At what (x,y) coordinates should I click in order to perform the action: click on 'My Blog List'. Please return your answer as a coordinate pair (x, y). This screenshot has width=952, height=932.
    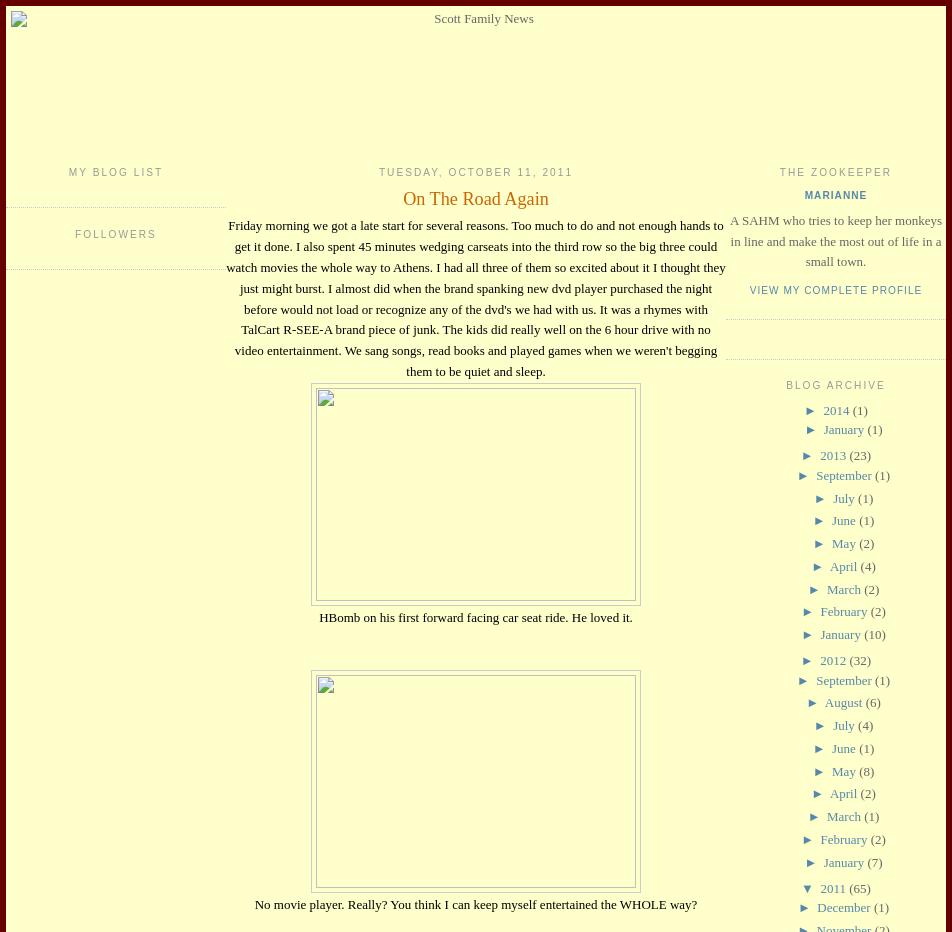
    Looking at the image, I should click on (67, 171).